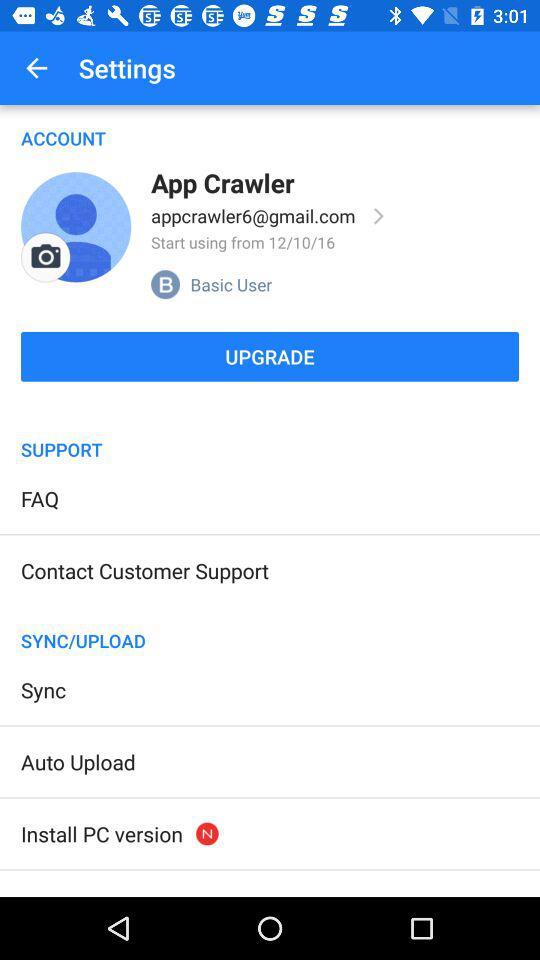 The height and width of the screenshot is (960, 540). I want to click on the start using from icon, so click(243, 241).